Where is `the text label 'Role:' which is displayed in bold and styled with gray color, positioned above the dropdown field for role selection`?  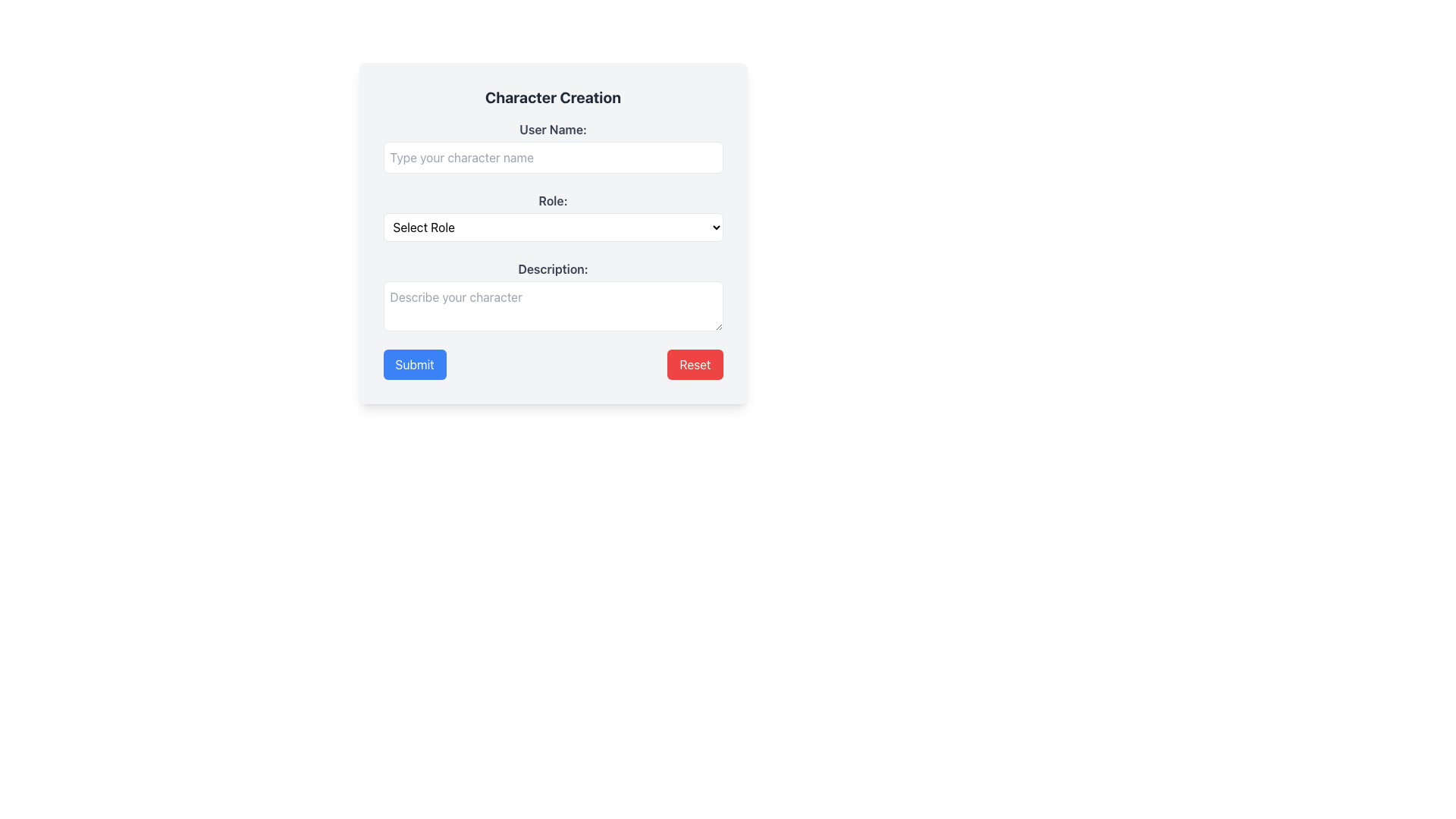 the text label 'Role:' which is displayed in bold and styled with gray color, positioned above the dropdown field for role selection is located at coordinates (552, 200).